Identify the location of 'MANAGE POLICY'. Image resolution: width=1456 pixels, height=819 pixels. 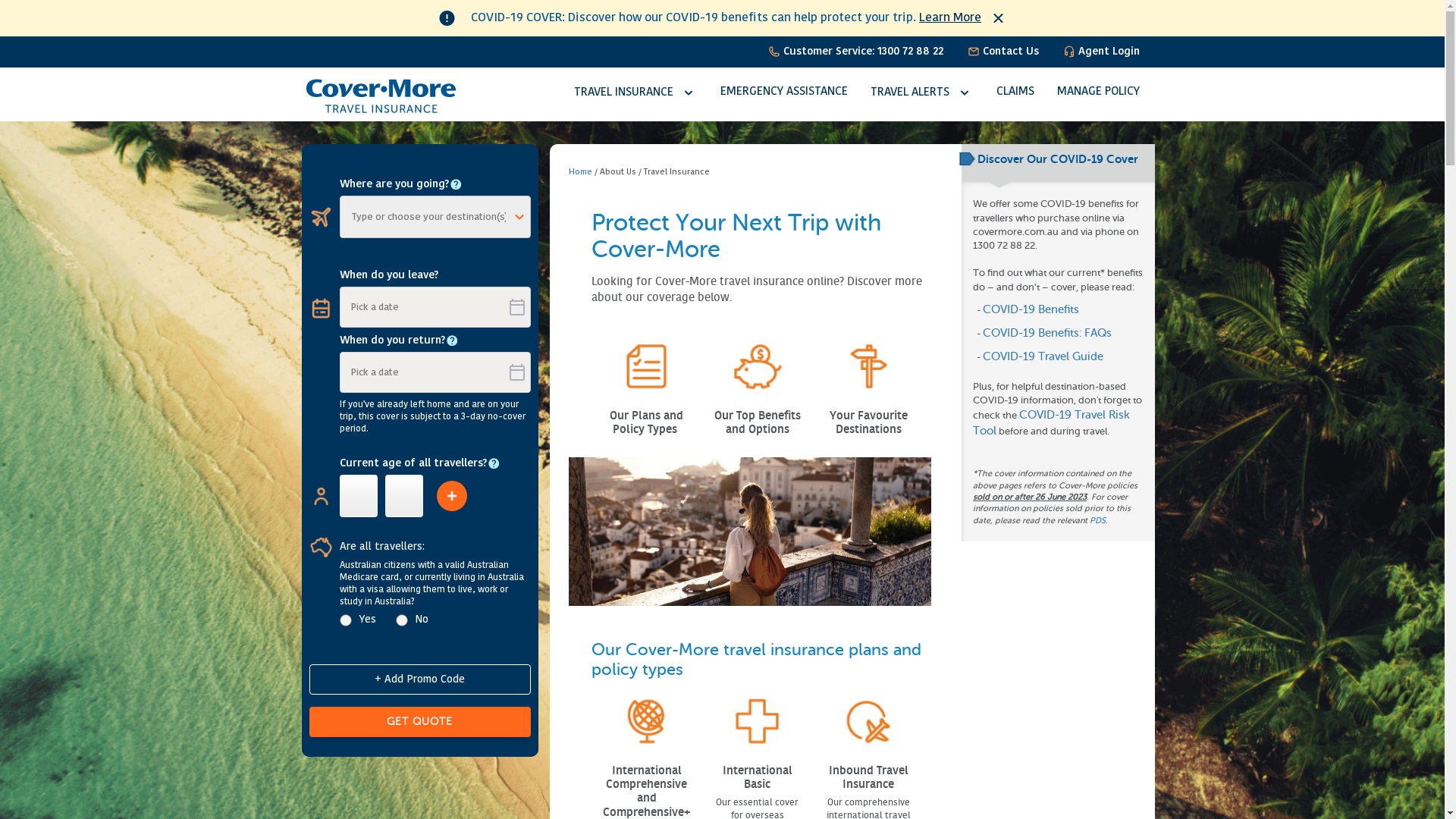
(1098, 92).